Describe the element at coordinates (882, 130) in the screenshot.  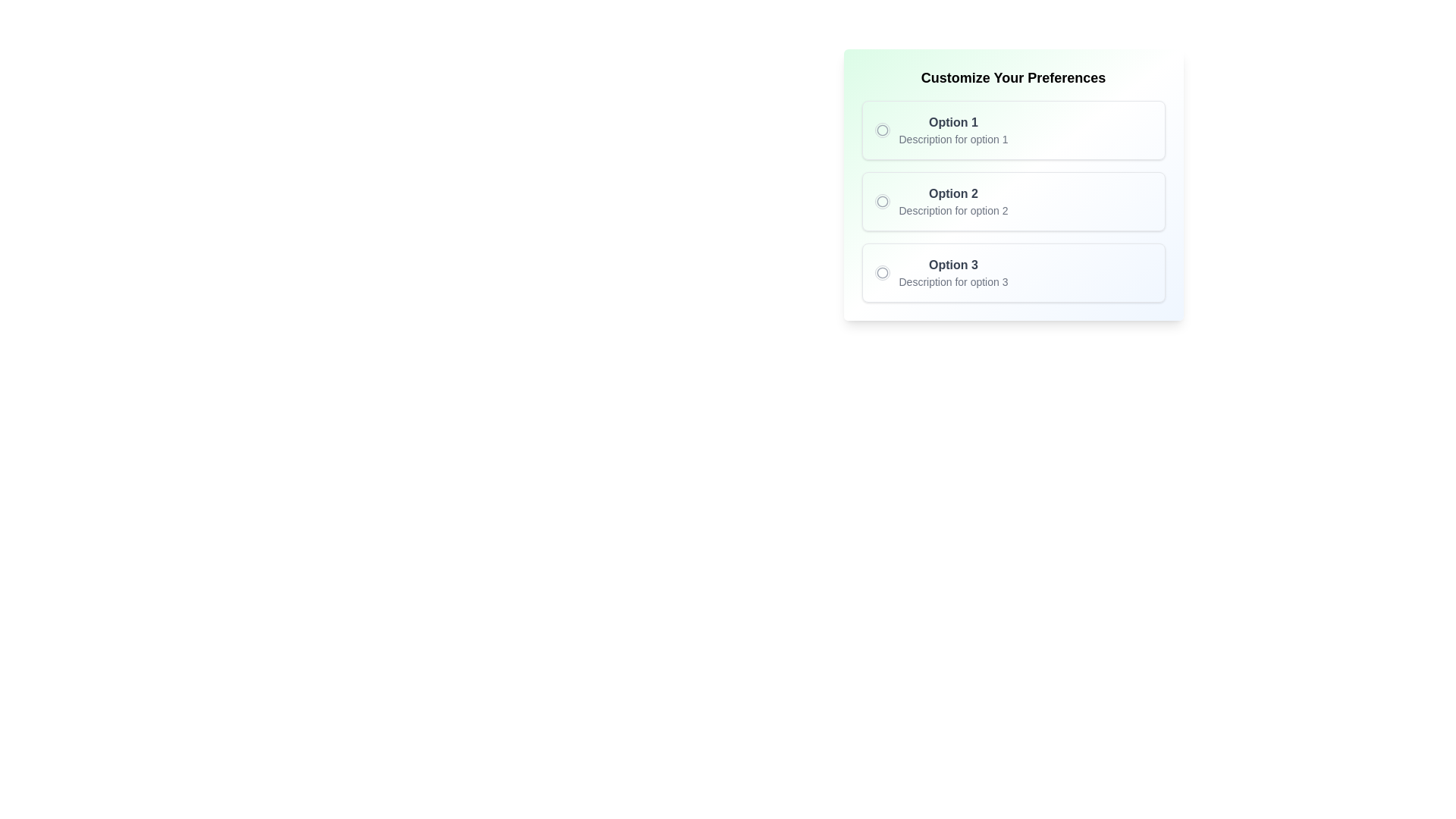
I see `the Circle graphic representing the first radio button option in the vertical group to focus it` at that location.